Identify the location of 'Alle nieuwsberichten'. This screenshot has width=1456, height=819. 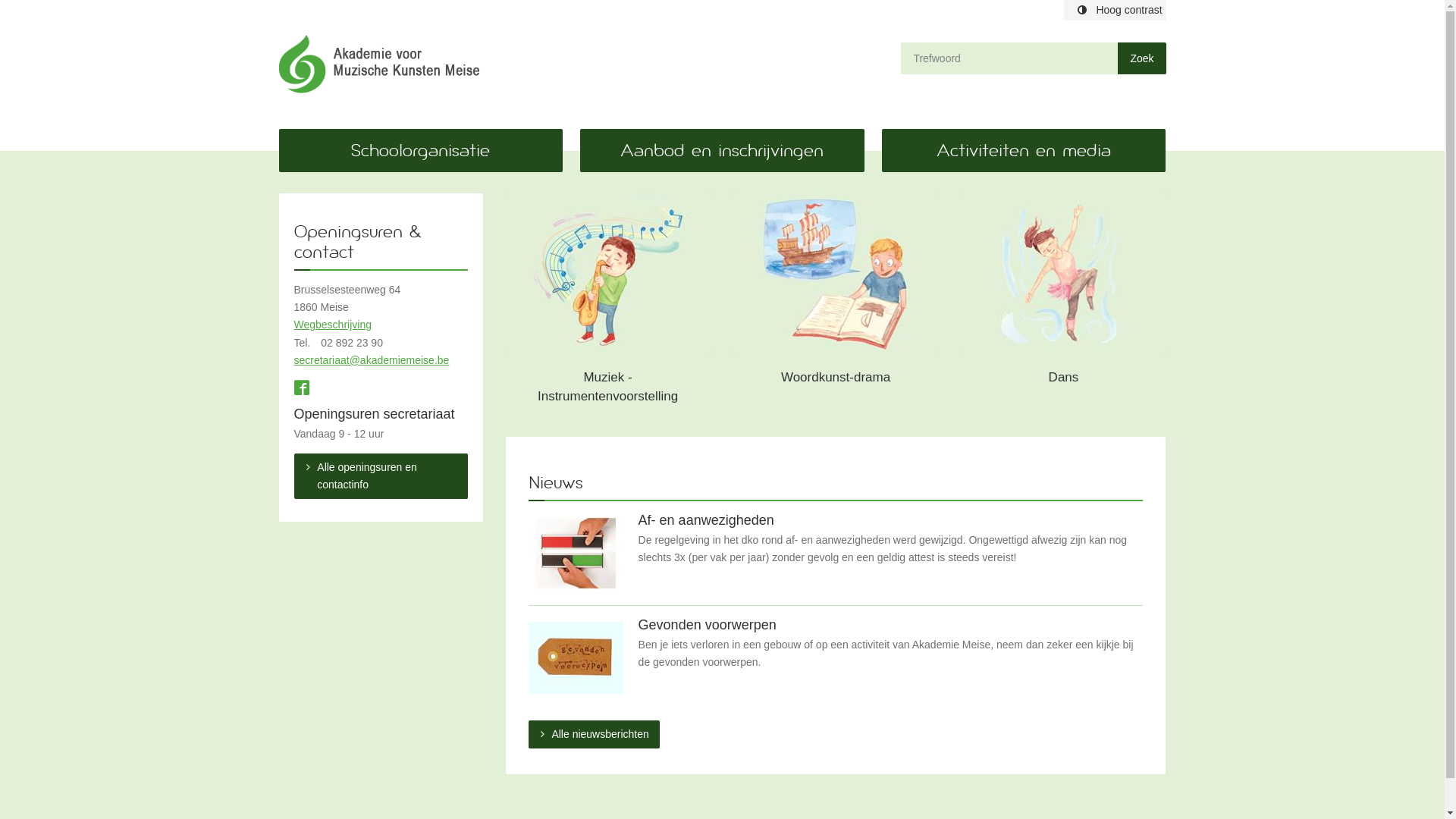
(528, 733).